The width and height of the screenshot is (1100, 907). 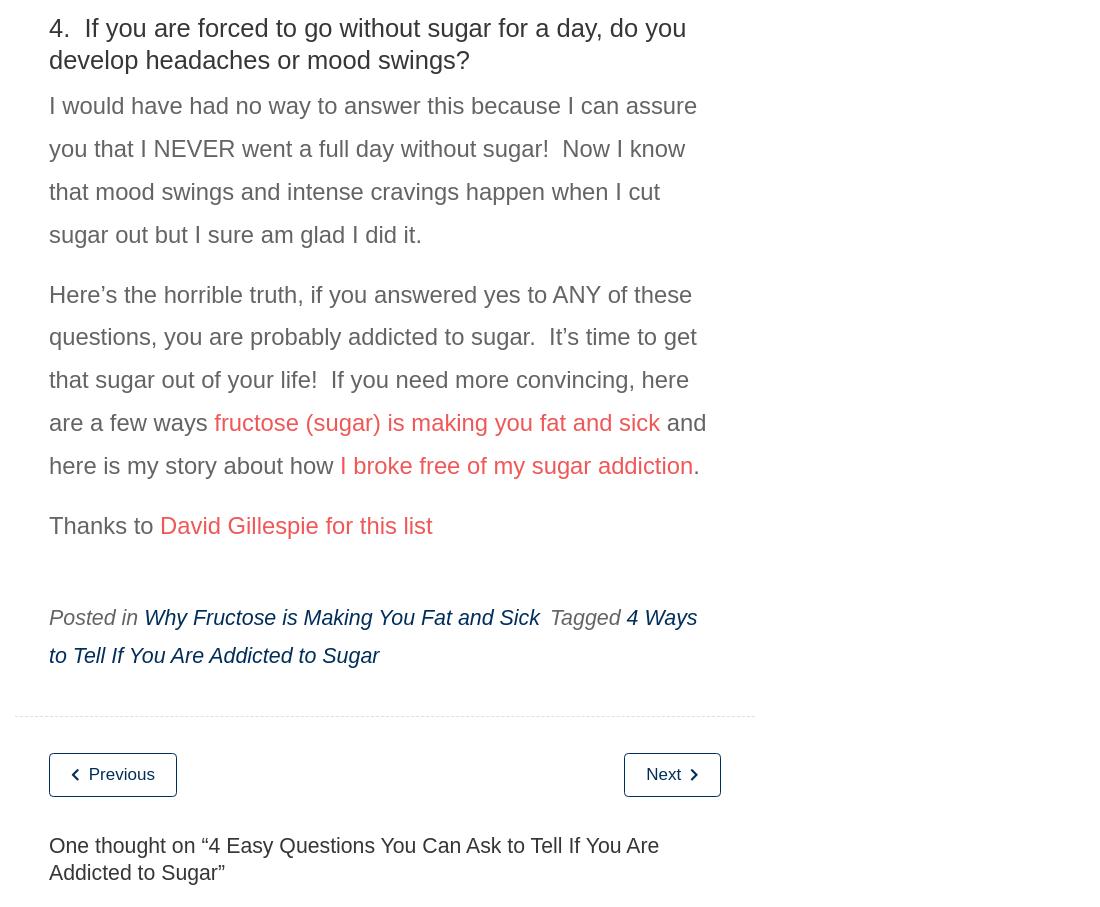 I want to click on 'fructose (sugar) is making you fat and sick', so click(x=436, y=421).